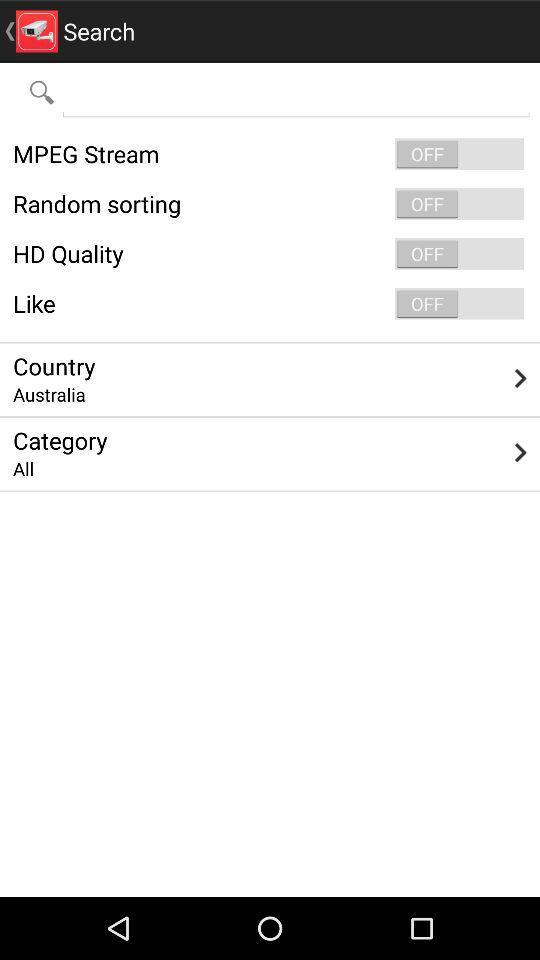 The height and width of the screenshot is (960, 540). What do you see at coordinates (270, 303) in the screenshot?
I see `item below hd quality item` at bounding box center [270, 303].